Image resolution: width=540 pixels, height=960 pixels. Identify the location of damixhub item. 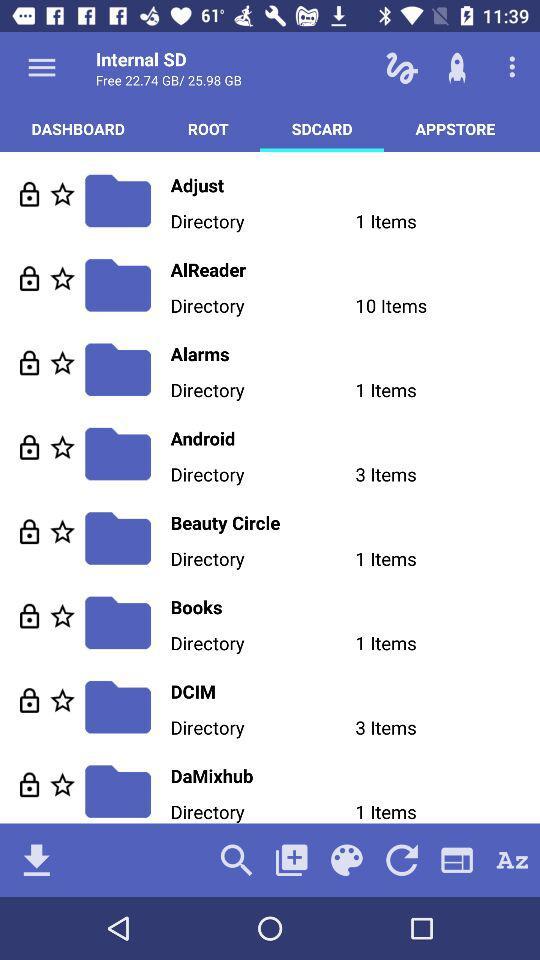
(354, 774).